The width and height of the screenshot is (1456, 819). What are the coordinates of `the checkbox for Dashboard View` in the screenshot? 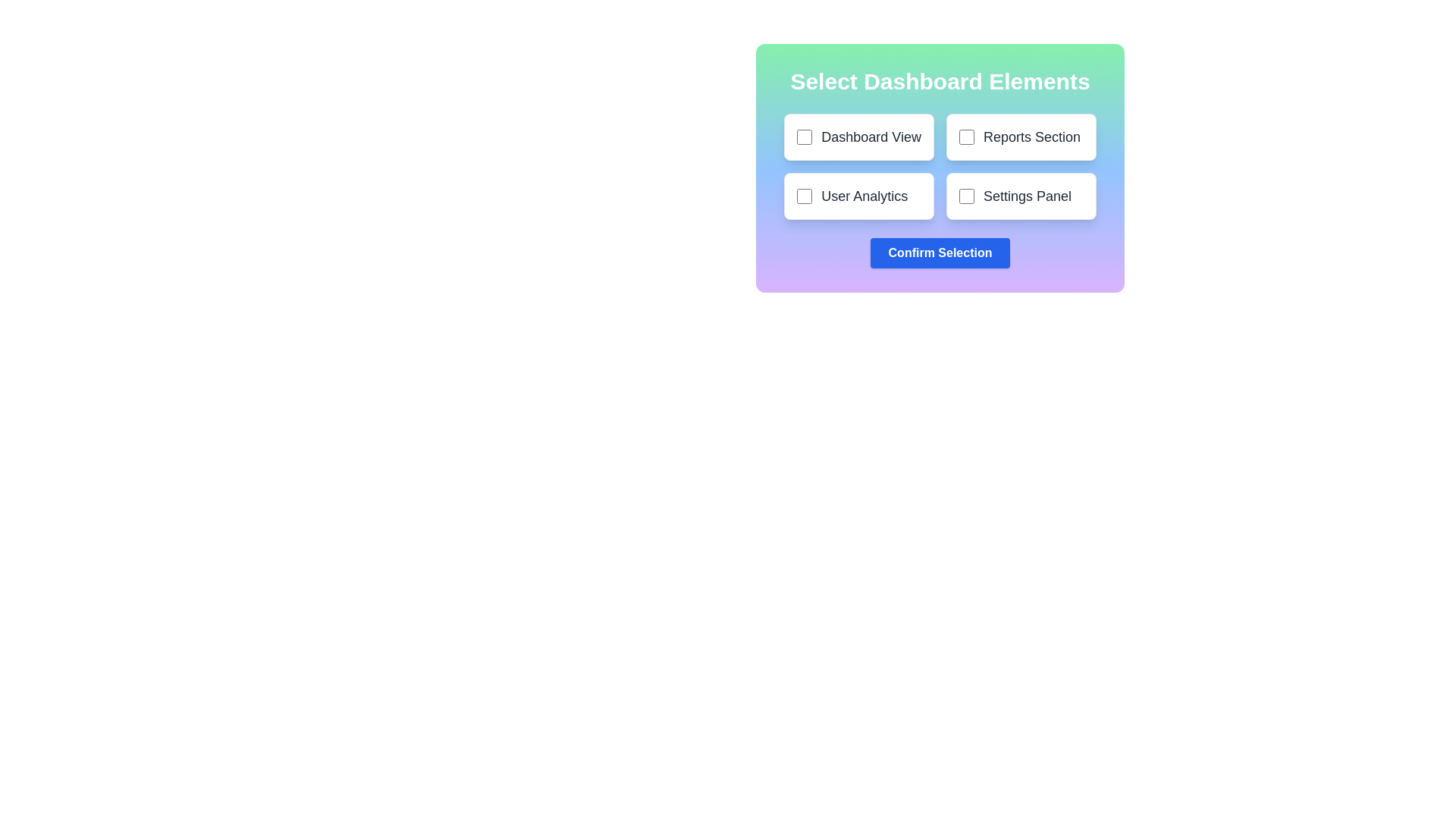 It's located at (804, 137).